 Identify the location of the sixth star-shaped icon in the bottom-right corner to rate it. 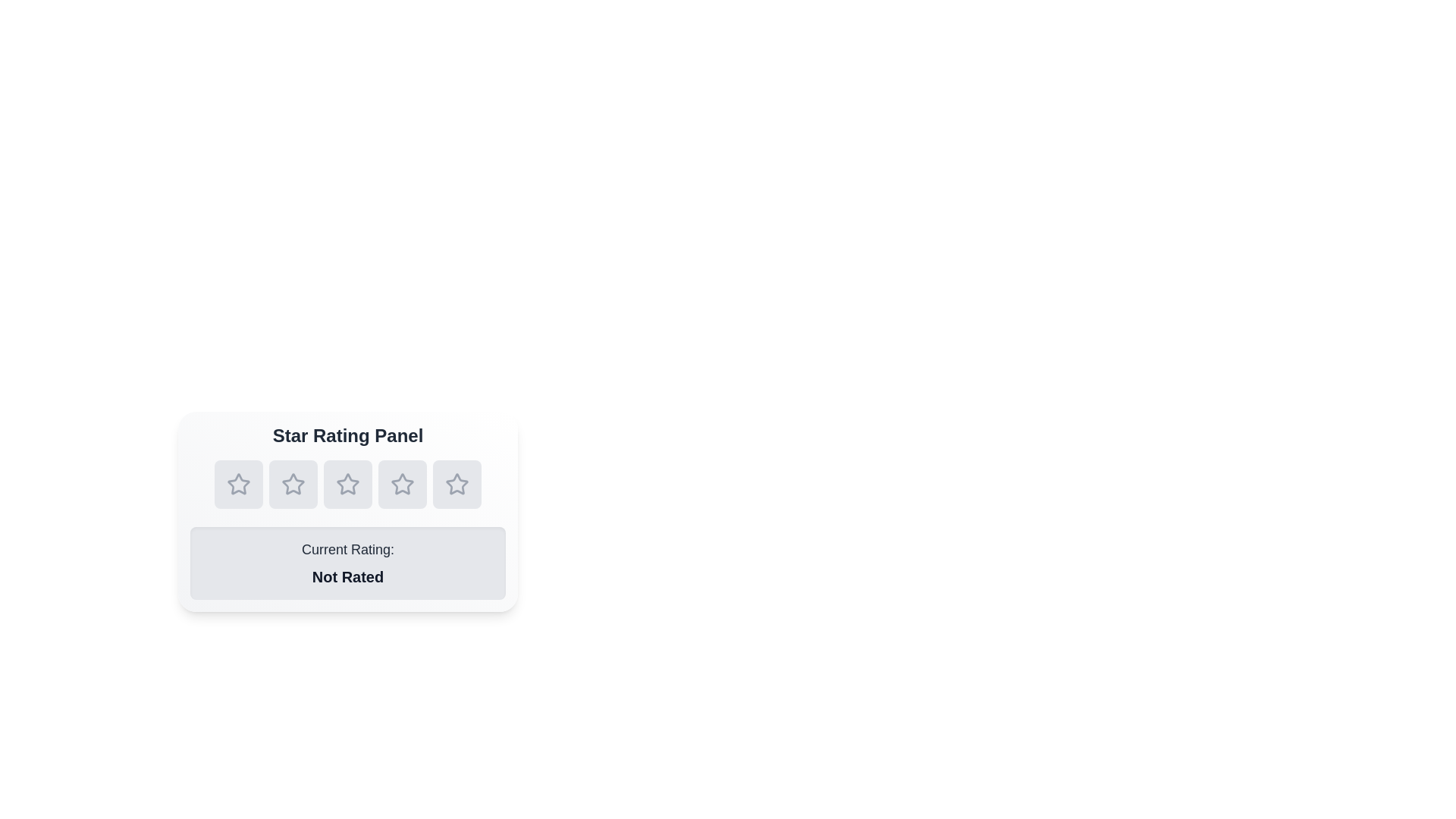
(457, 485).